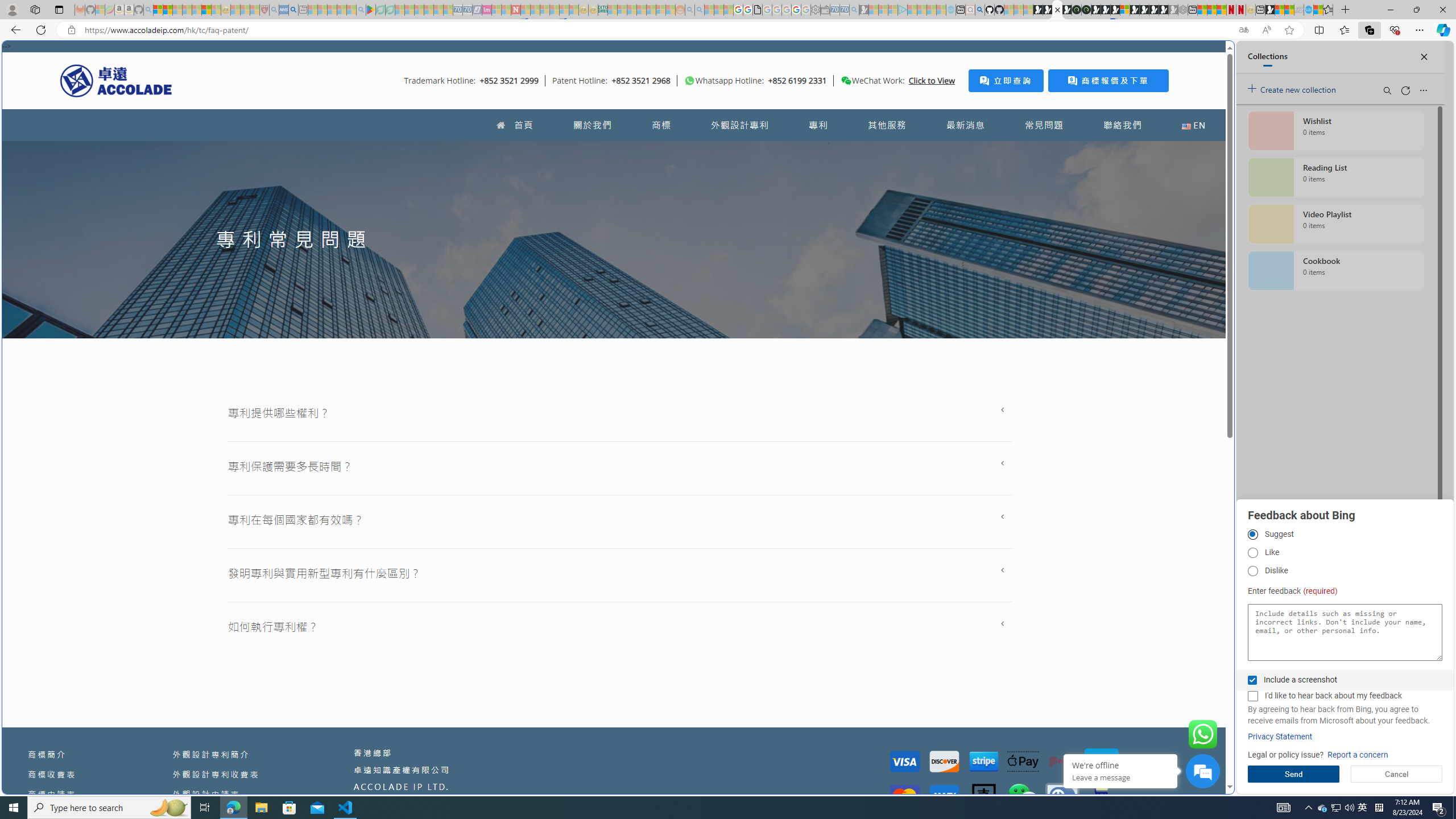 The height and width of the screenshot is (819, 1456). What do you see at coordinates (1308, 9) in the screenshot?
I see `'Services - Maintenance | Sky Blue Bikes - Sky Blue Bikes'` at bounding box center [1308, 9].